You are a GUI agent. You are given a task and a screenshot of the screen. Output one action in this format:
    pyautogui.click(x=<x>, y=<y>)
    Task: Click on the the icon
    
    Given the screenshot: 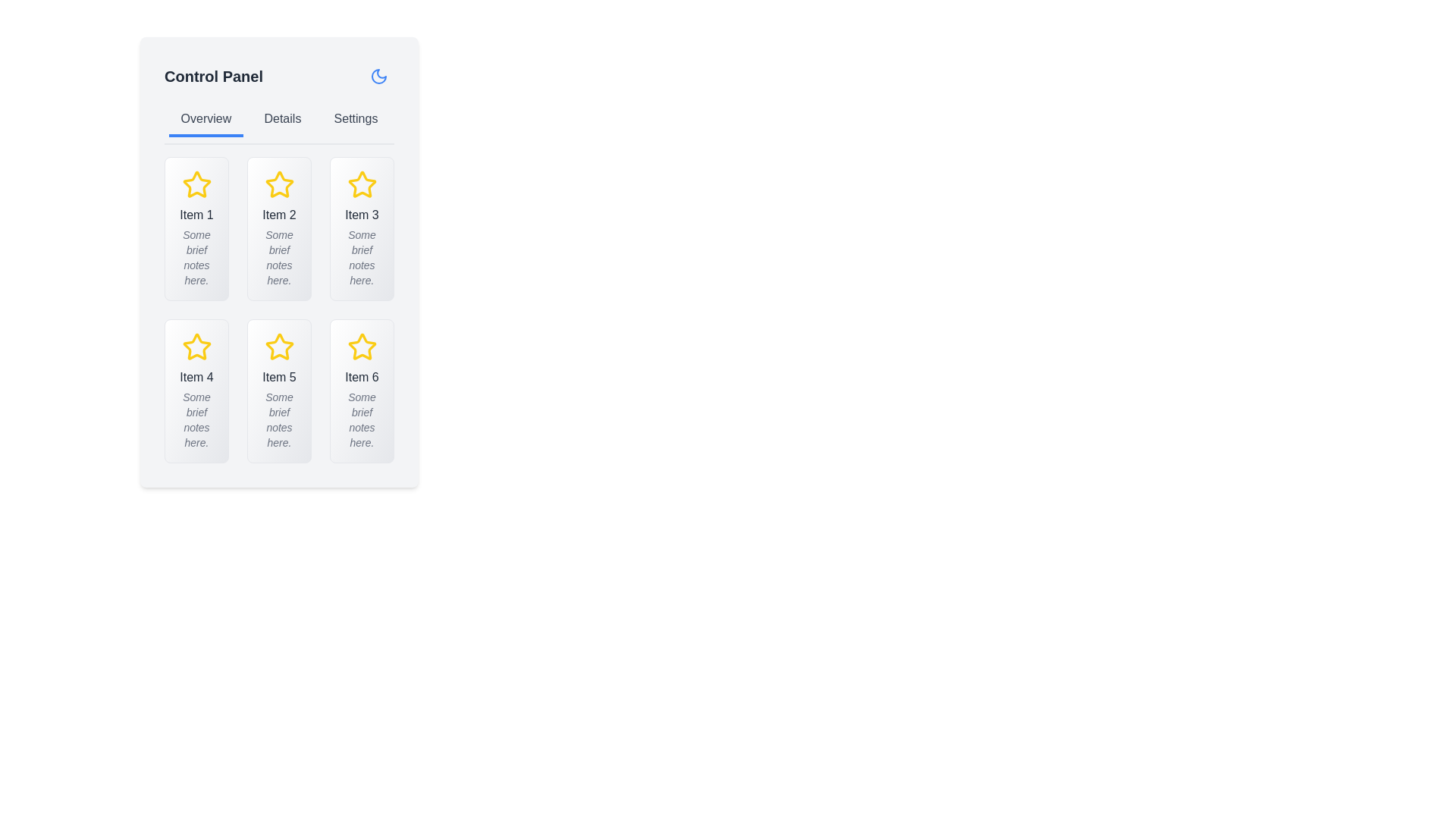 What is the action you would take?
    pyautogui.click(x=279, y=347)
    